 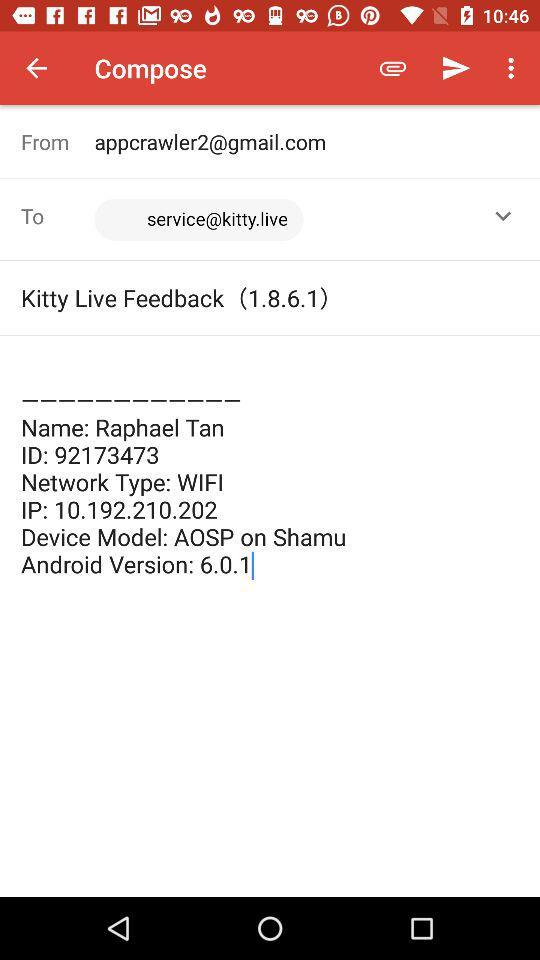 What do you see at coordinates (502, 216) in the screenshot?
I see `item next to the <service@kitty.live>,  icon` at bounding box center [502, 216].